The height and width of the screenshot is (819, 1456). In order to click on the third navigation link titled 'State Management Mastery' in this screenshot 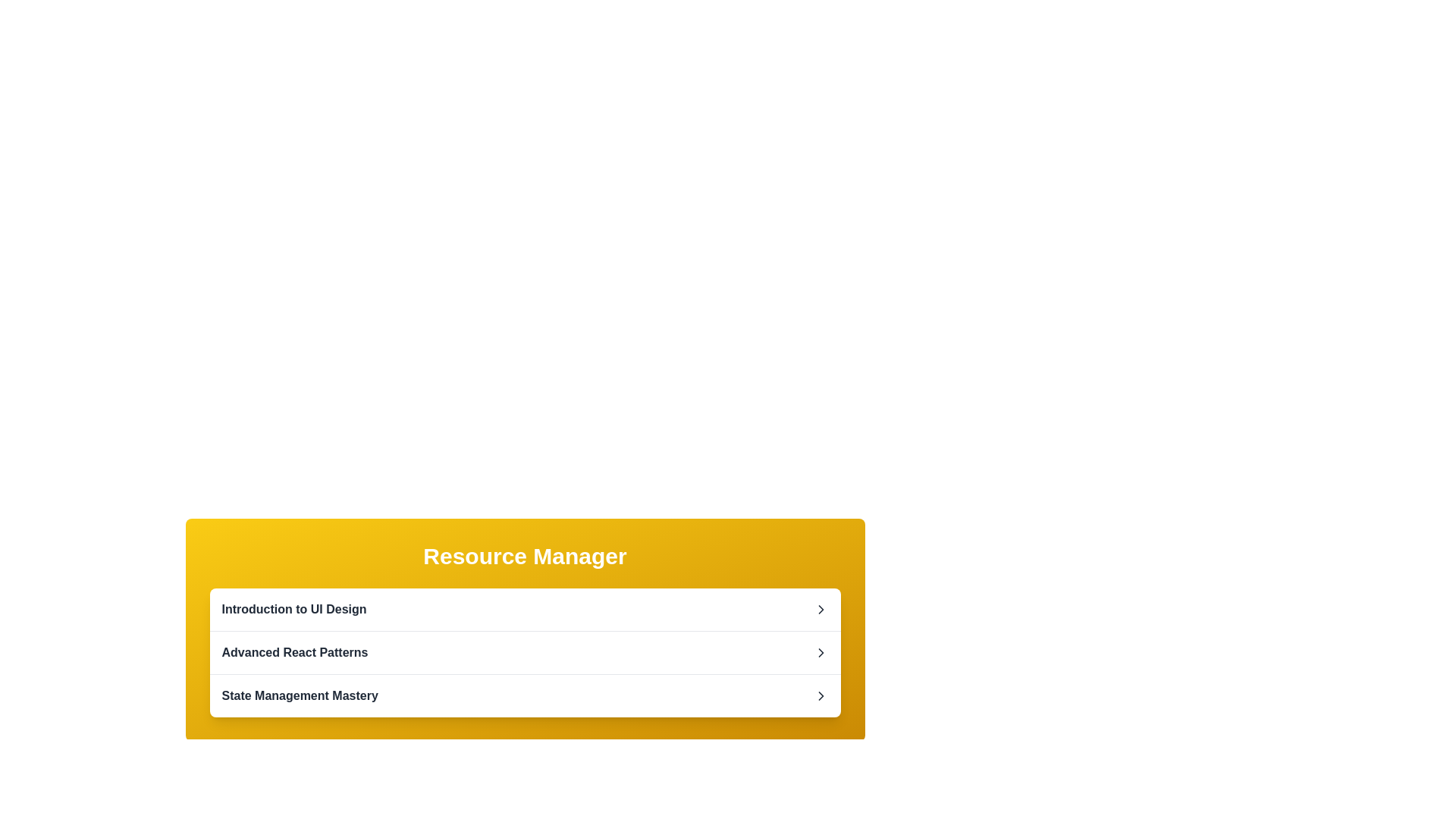, I will do `click(525, 695)`.